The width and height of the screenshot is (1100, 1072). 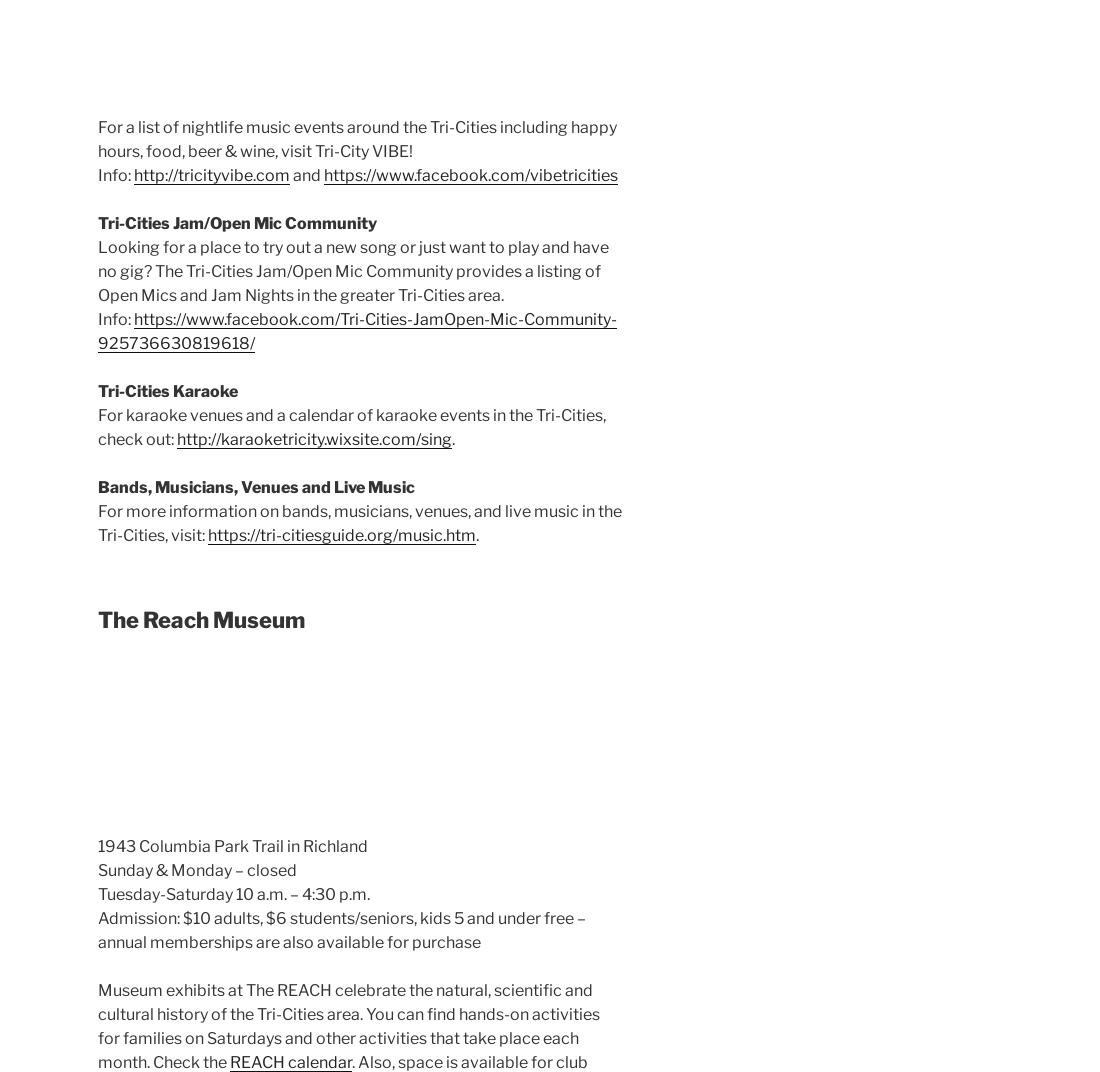 I want to click on 'Sunday & Monday – closed', so click(x=196, y=869).